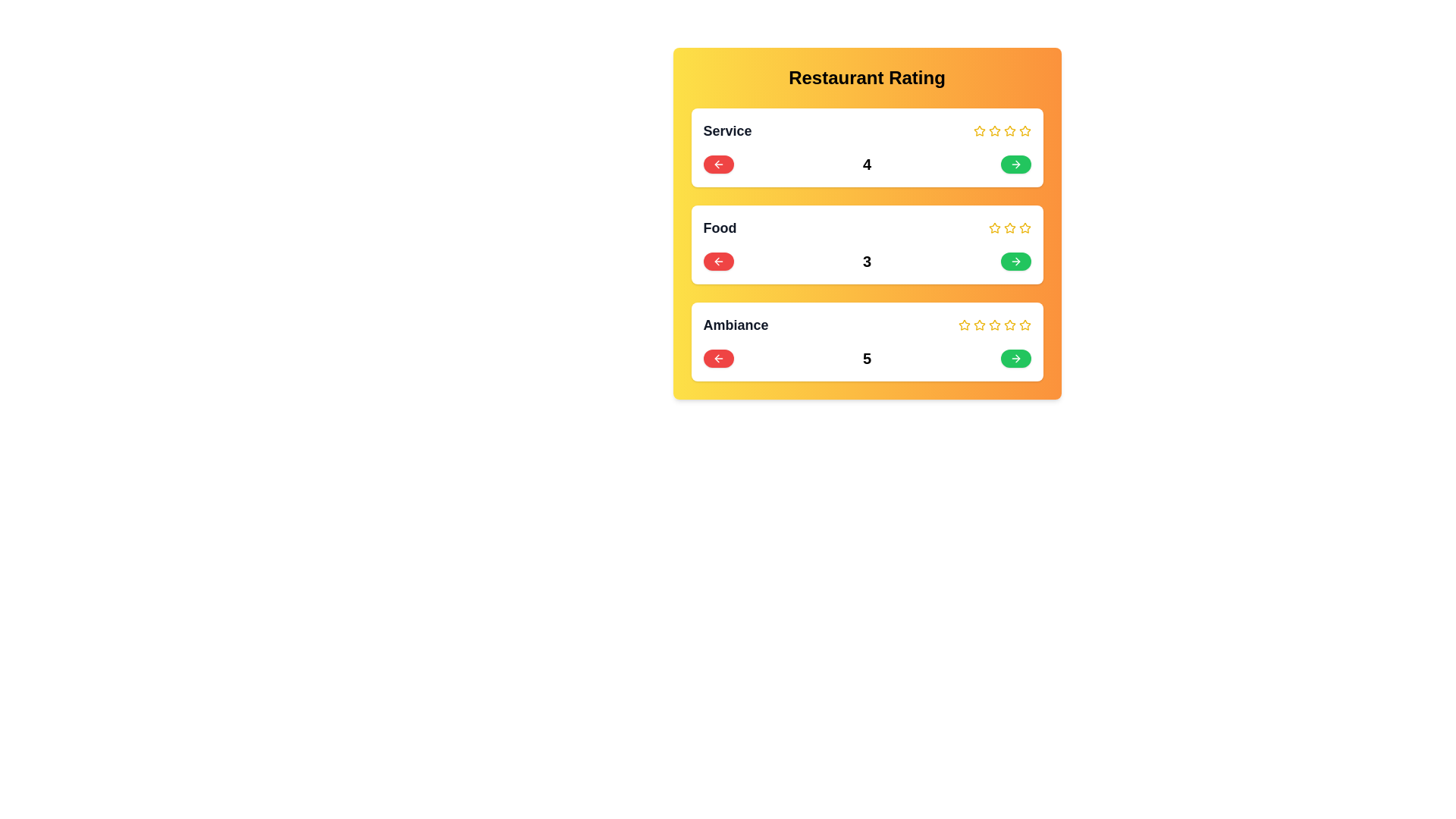  I want to click on the fifth star-shaped icon in the 'Ambiance' rating row, which is colored yellow and represents a rating system, so click(1009, 324).